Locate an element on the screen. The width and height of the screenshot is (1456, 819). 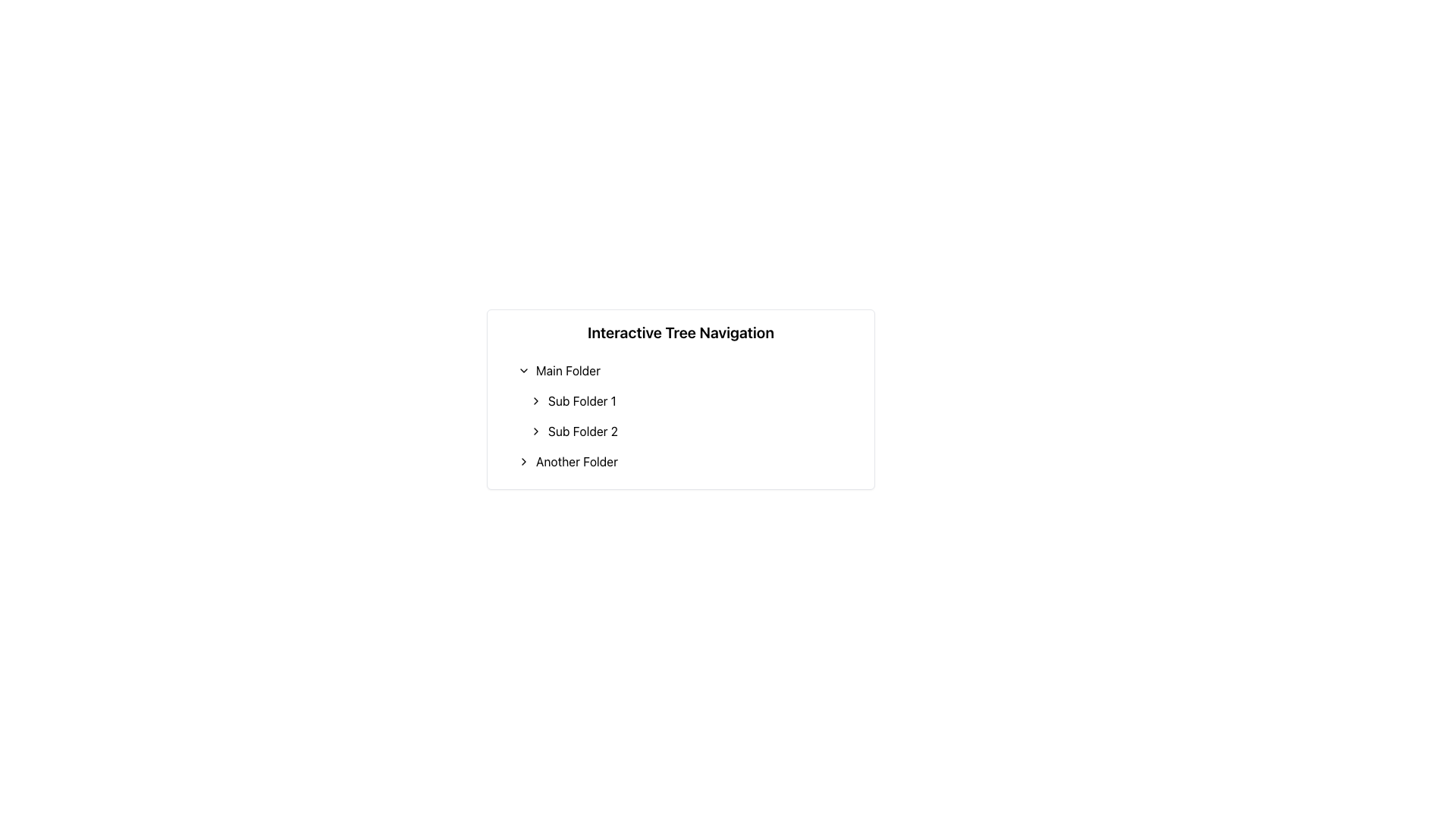
the text label of the second item in the tree navigation menu, which is directly nested under 'Main Folder' is located at coordinates (581, 400).